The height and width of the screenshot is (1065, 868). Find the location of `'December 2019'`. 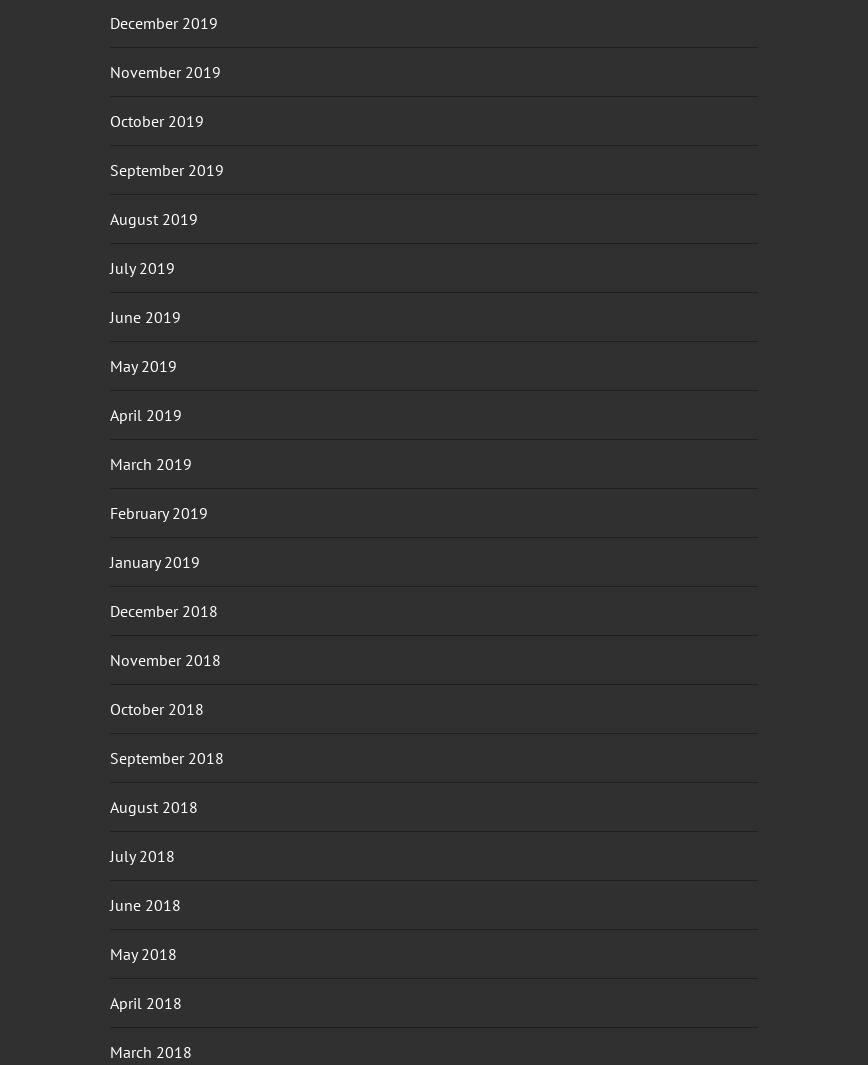

'December 2019' is located at coordinates (163, 21).